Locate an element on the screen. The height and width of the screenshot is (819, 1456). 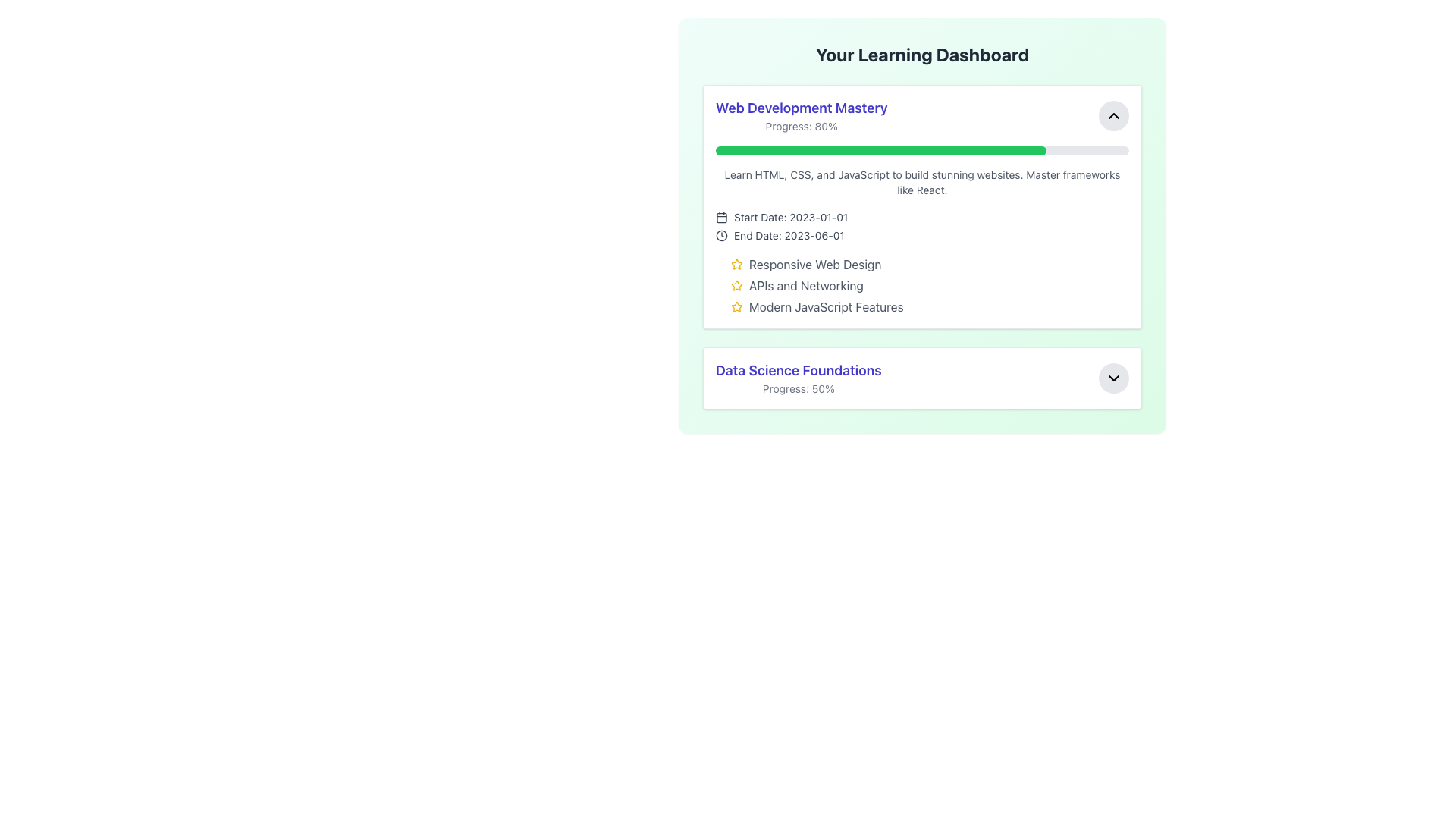
the golden-yellow star-shaped icon with a hollow interior, positioned to the left of the text 'Modern JavaScript Features' is located at coordinates (736, 307).